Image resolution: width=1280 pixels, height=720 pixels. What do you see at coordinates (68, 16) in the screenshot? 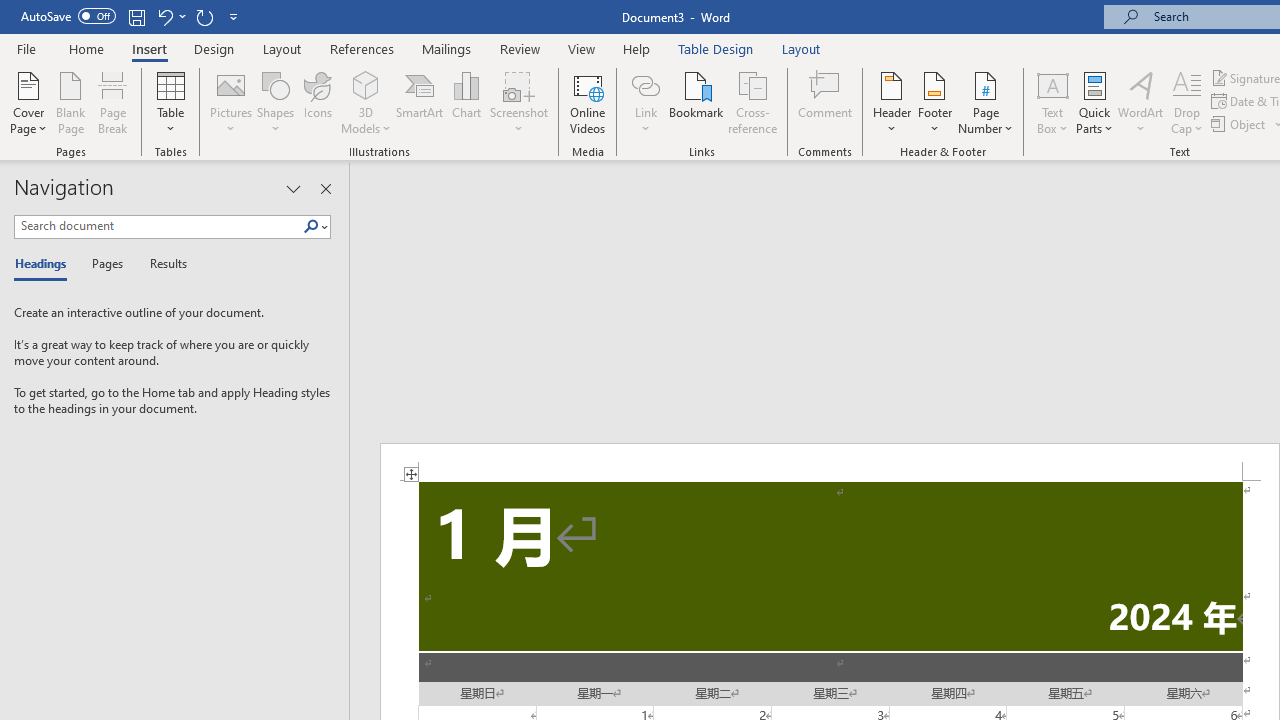
I see `'AutoSave'` at bounding box center [68, 16].